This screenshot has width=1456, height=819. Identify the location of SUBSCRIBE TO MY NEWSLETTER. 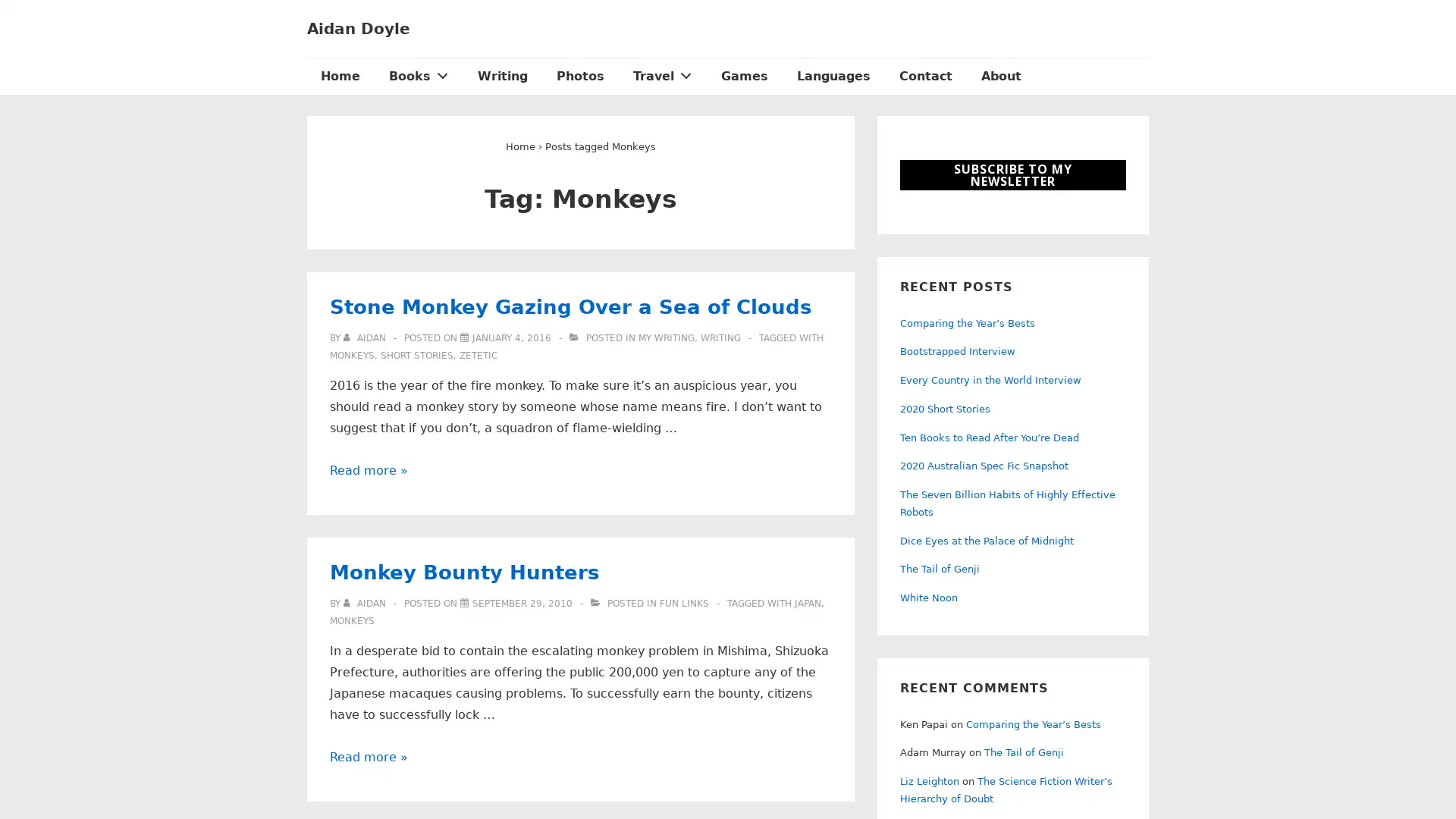
(1012, 174).